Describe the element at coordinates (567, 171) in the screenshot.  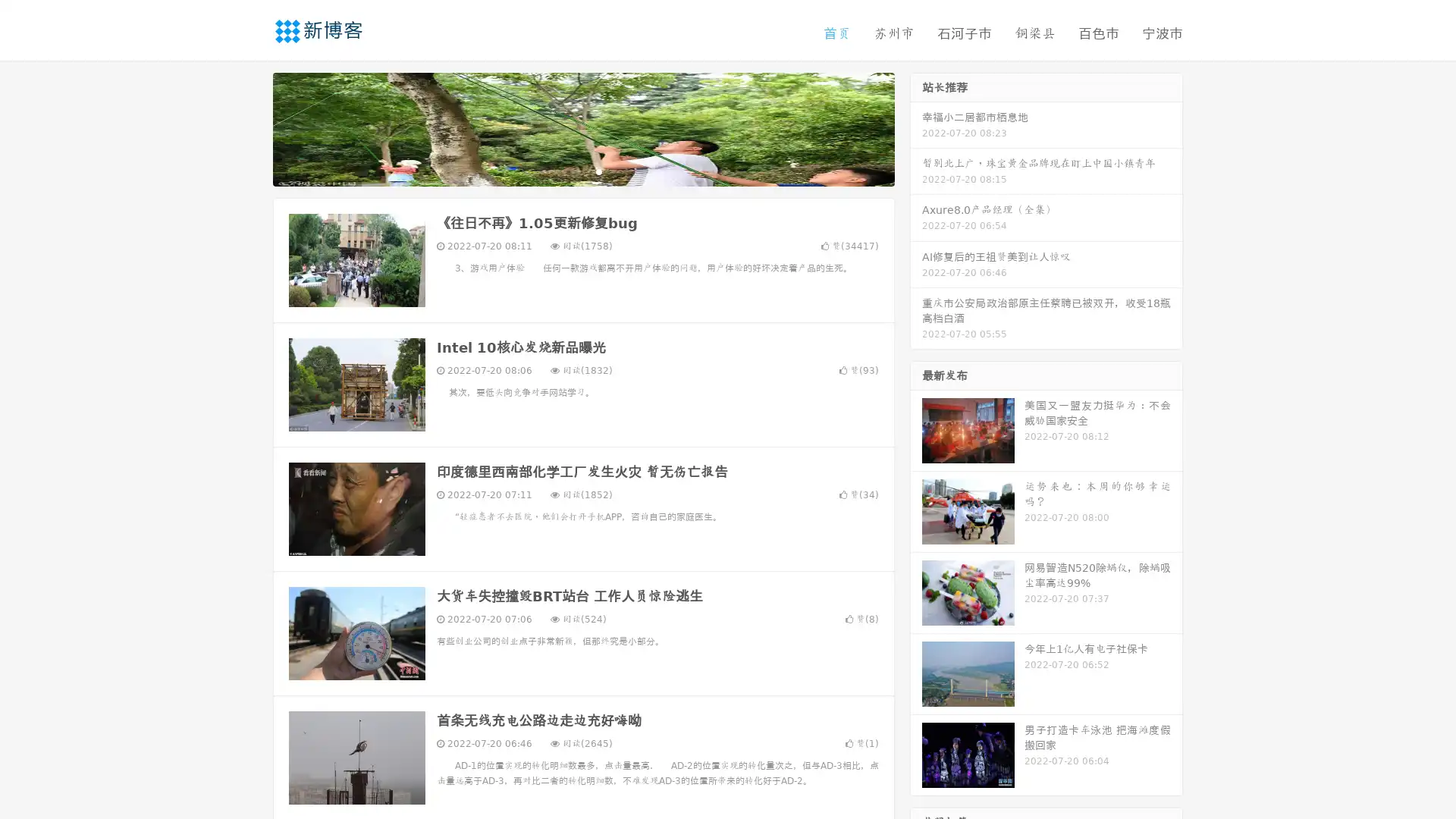
I see `Go to slide 1` at that location.